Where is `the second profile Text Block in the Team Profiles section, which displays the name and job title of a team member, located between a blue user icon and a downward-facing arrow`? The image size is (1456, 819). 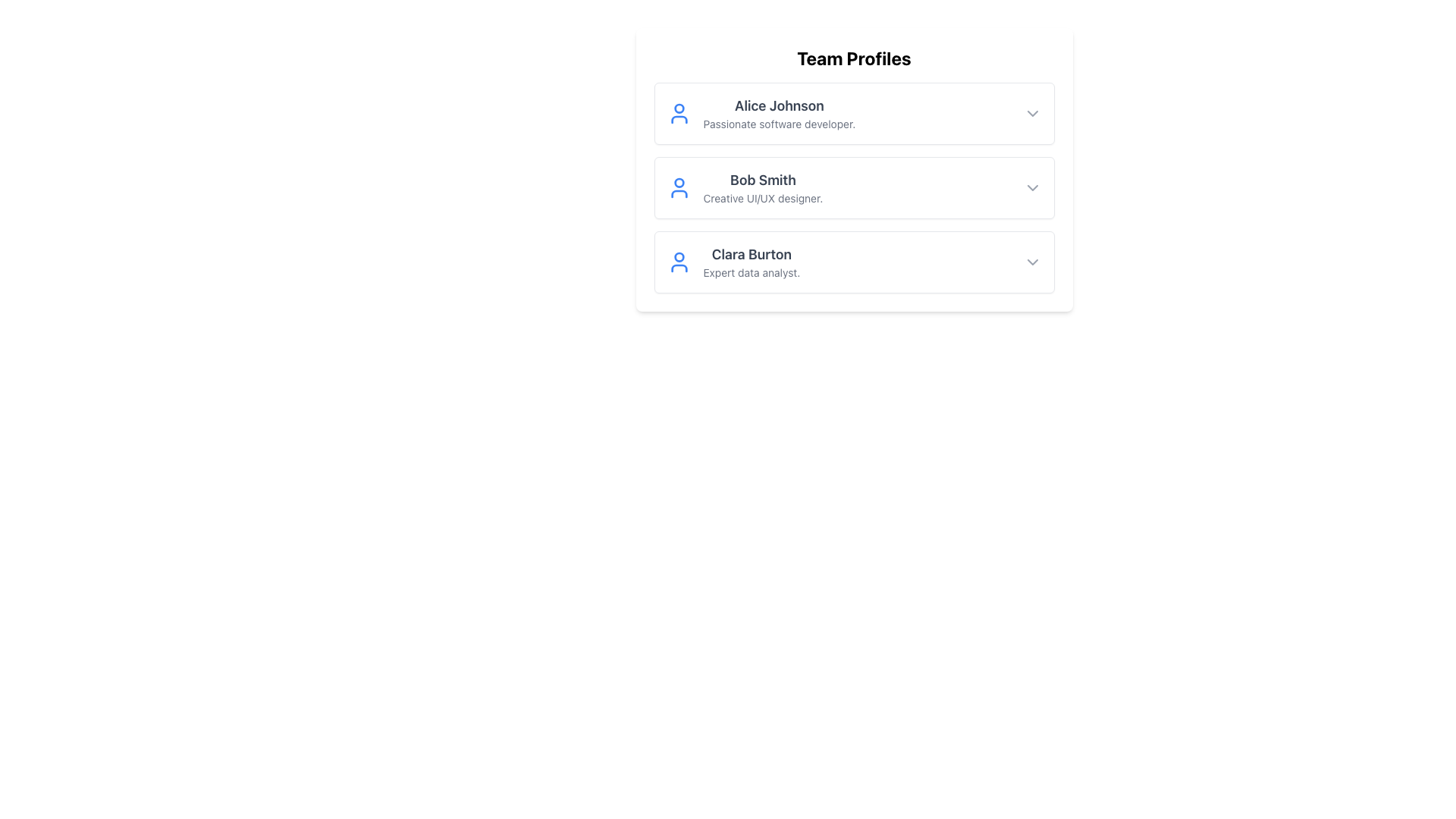
the second profile Text Block in the Team Profiles section, which displays the name and job title of a team member, located between a blue user icon and a downward-facing arrow is located at coordinates (763, 187).